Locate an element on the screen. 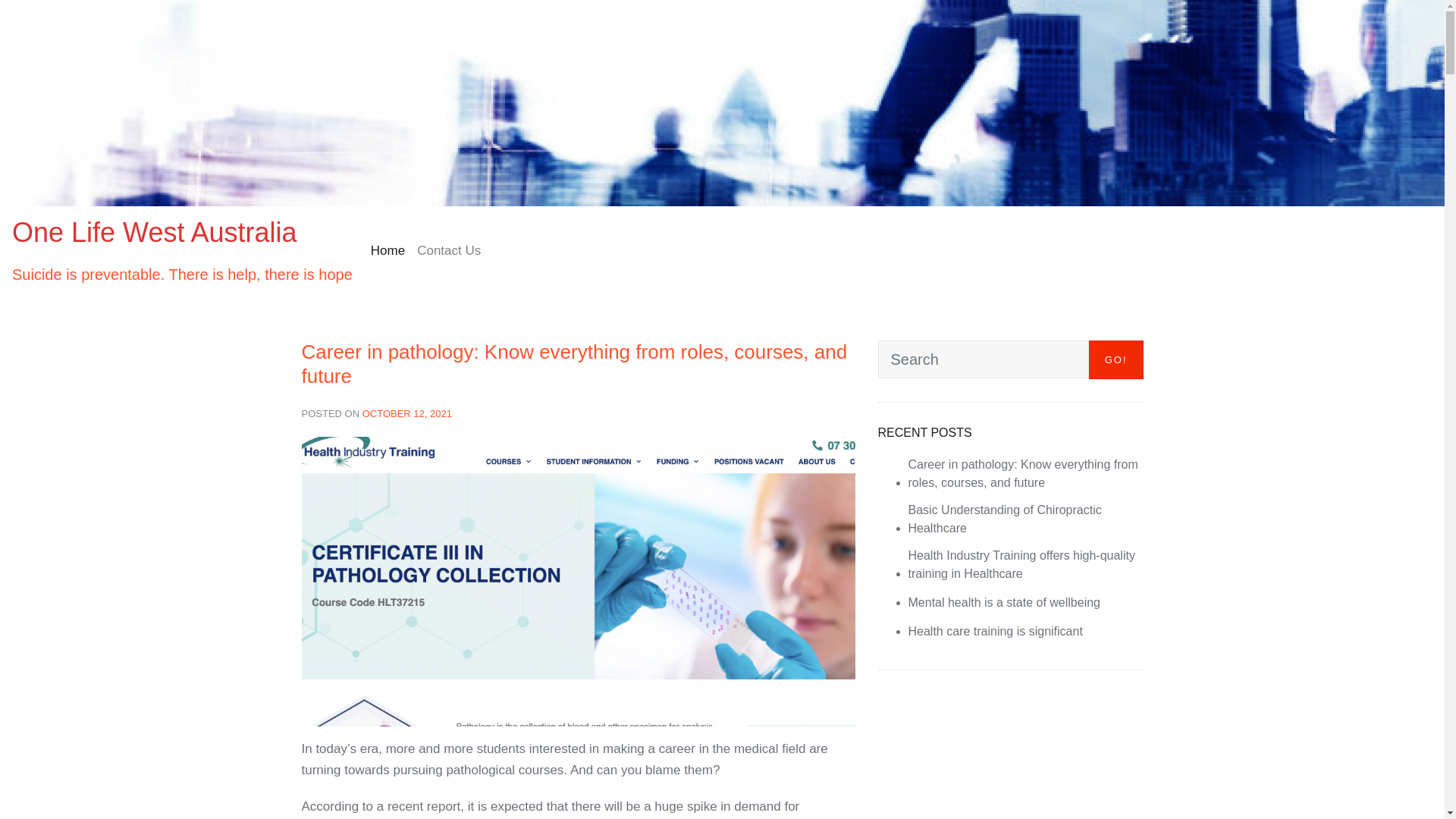  'Home' is located at coordinates (388, 250).